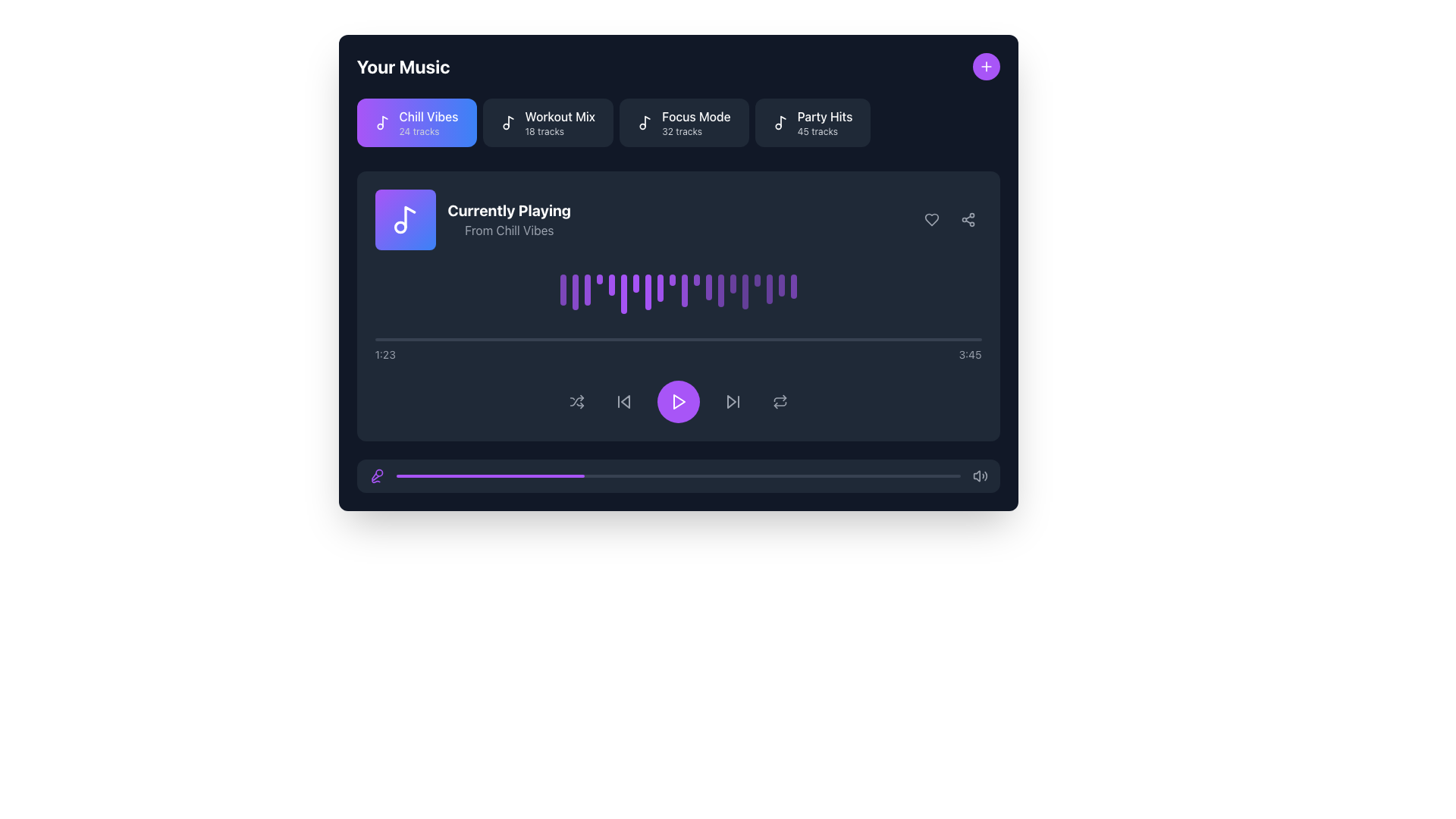  Describe the element at coordinates (574, 292) in the screenshot. I see `the animation change of the second vertical bar in the real-time visualization section of the music player interface` at that location.